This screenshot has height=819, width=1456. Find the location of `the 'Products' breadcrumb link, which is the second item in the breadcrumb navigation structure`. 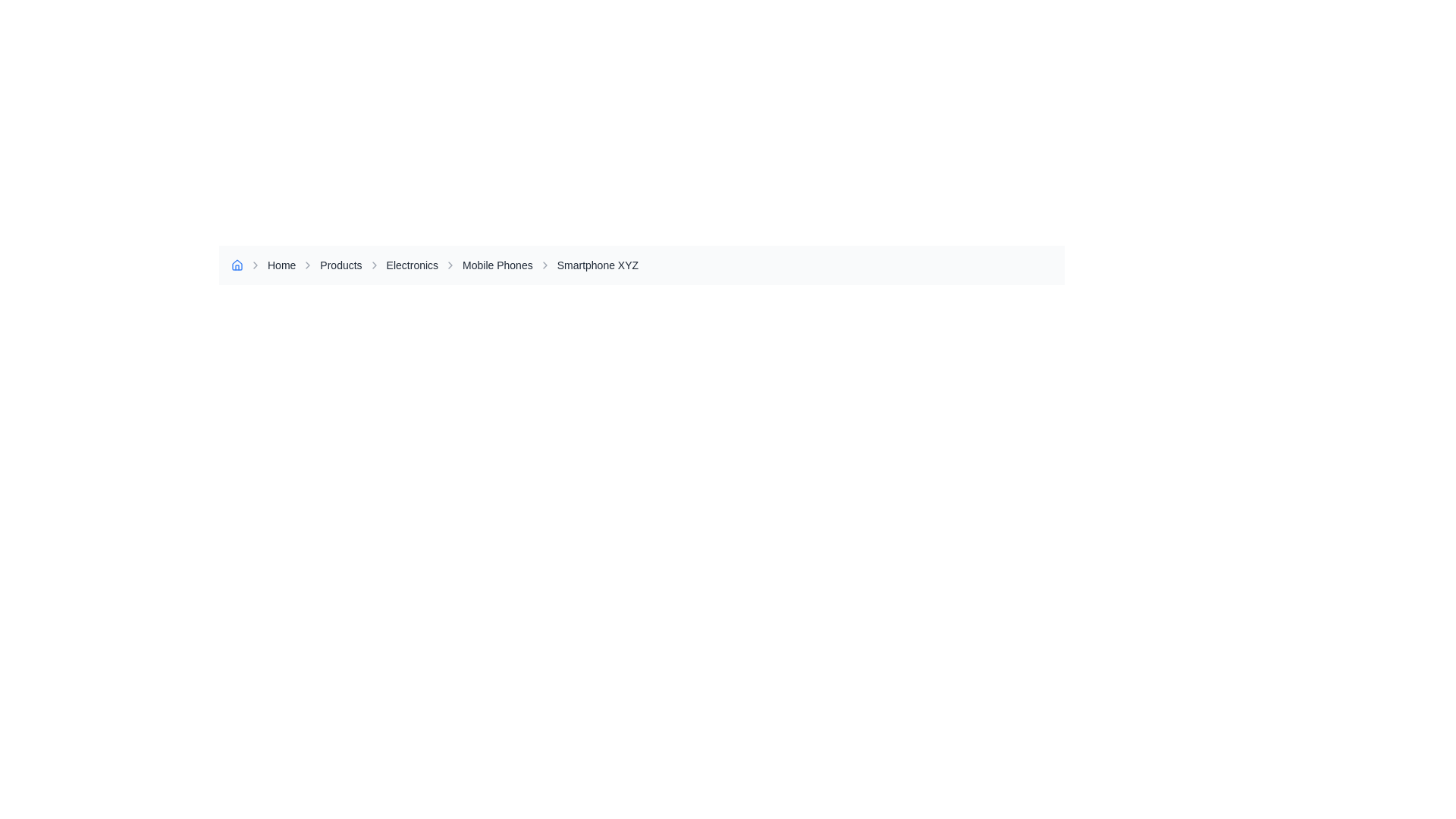

the 'Products' breadcrumb link, which is the second item in the breadcrumb navigation structure is located at coordinates (331, 265).